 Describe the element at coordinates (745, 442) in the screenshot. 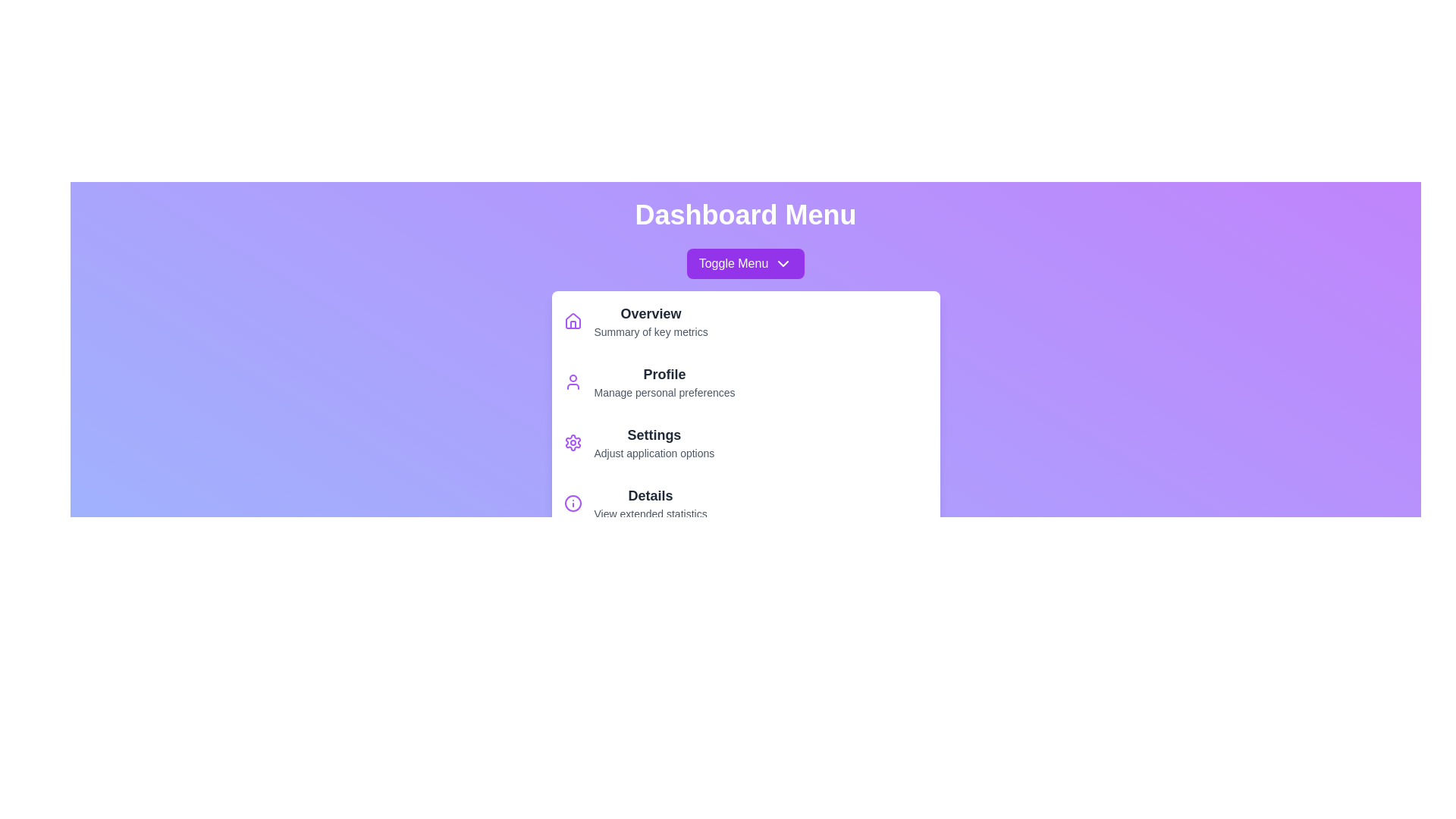

I see `the menu item Settings from the menu` at that location.